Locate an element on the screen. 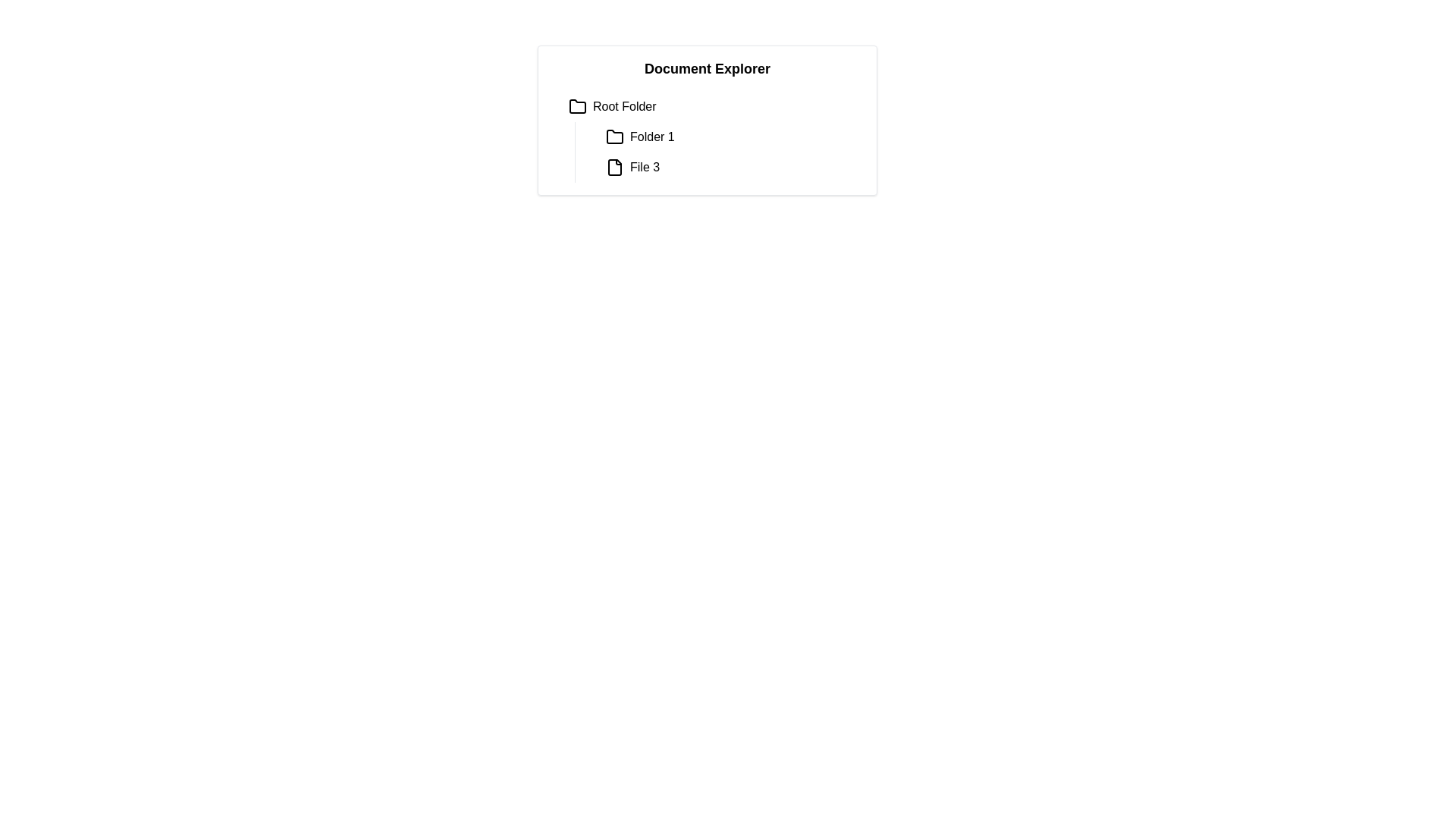 This screenshot has height=819, width=1456. the visual indicator icon for 'Folder 1' located under the 'Root Folder' in the Document Explorer interface is located at coordinates (615, 136).